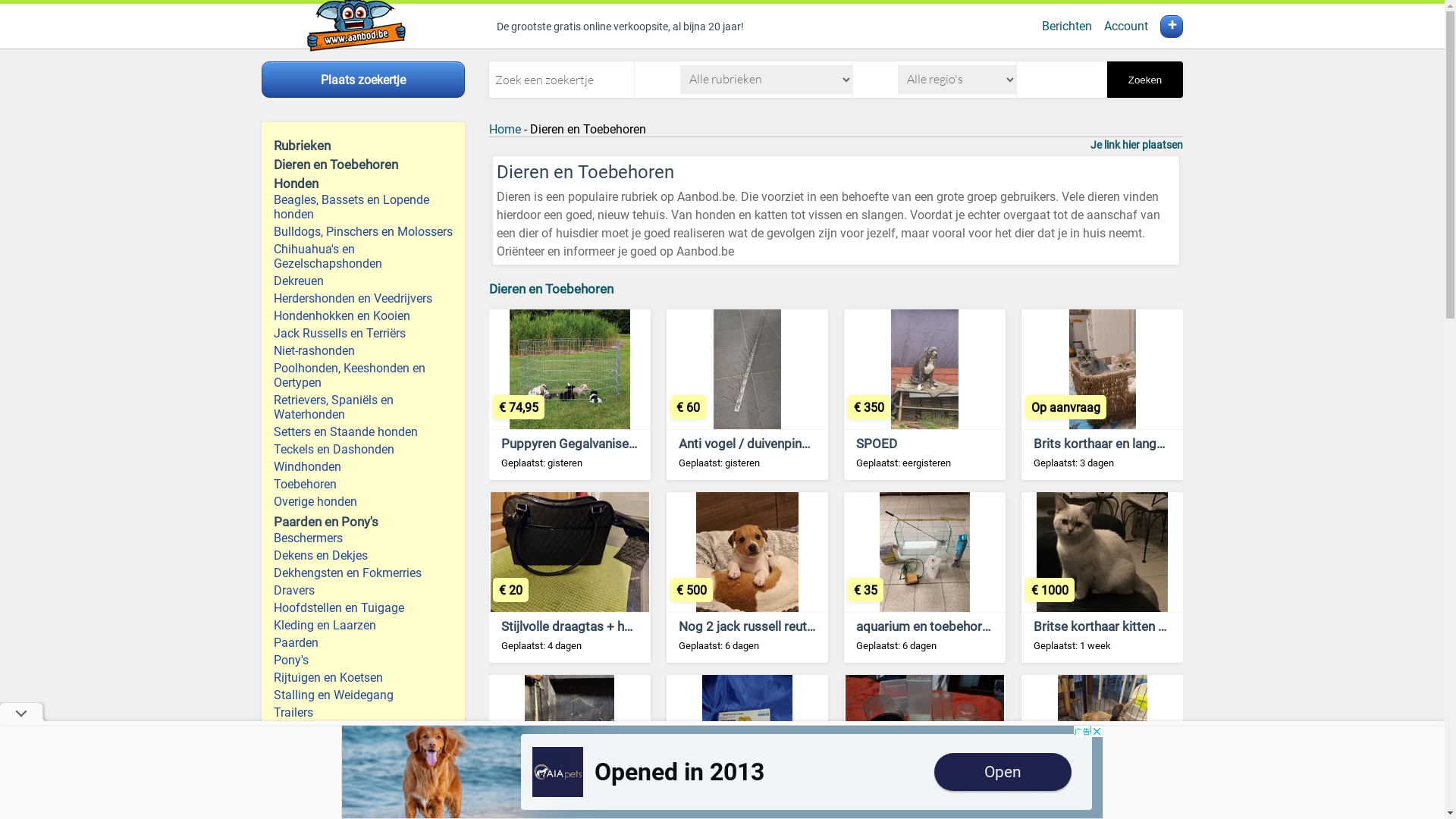 This screenshot has height=819, width=1456. What do you see at coordinates (273, 375) in the screenshot?
I see `'Poolhonden, Keeshonden en Oertypen'` at bounding box center [273, 375].